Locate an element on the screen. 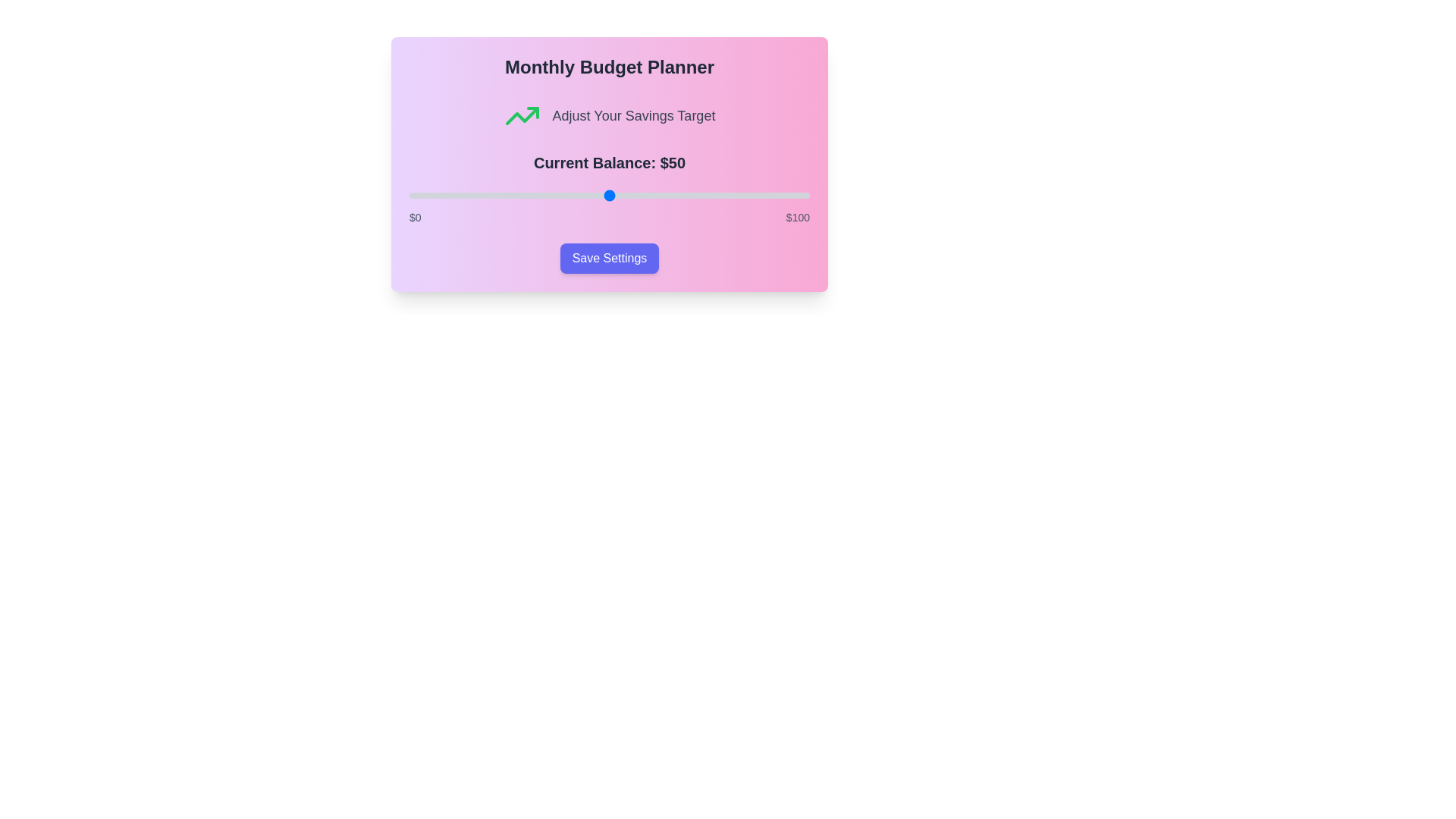  the slider to set the balance to 17 value is located at coordinates (476, 195).